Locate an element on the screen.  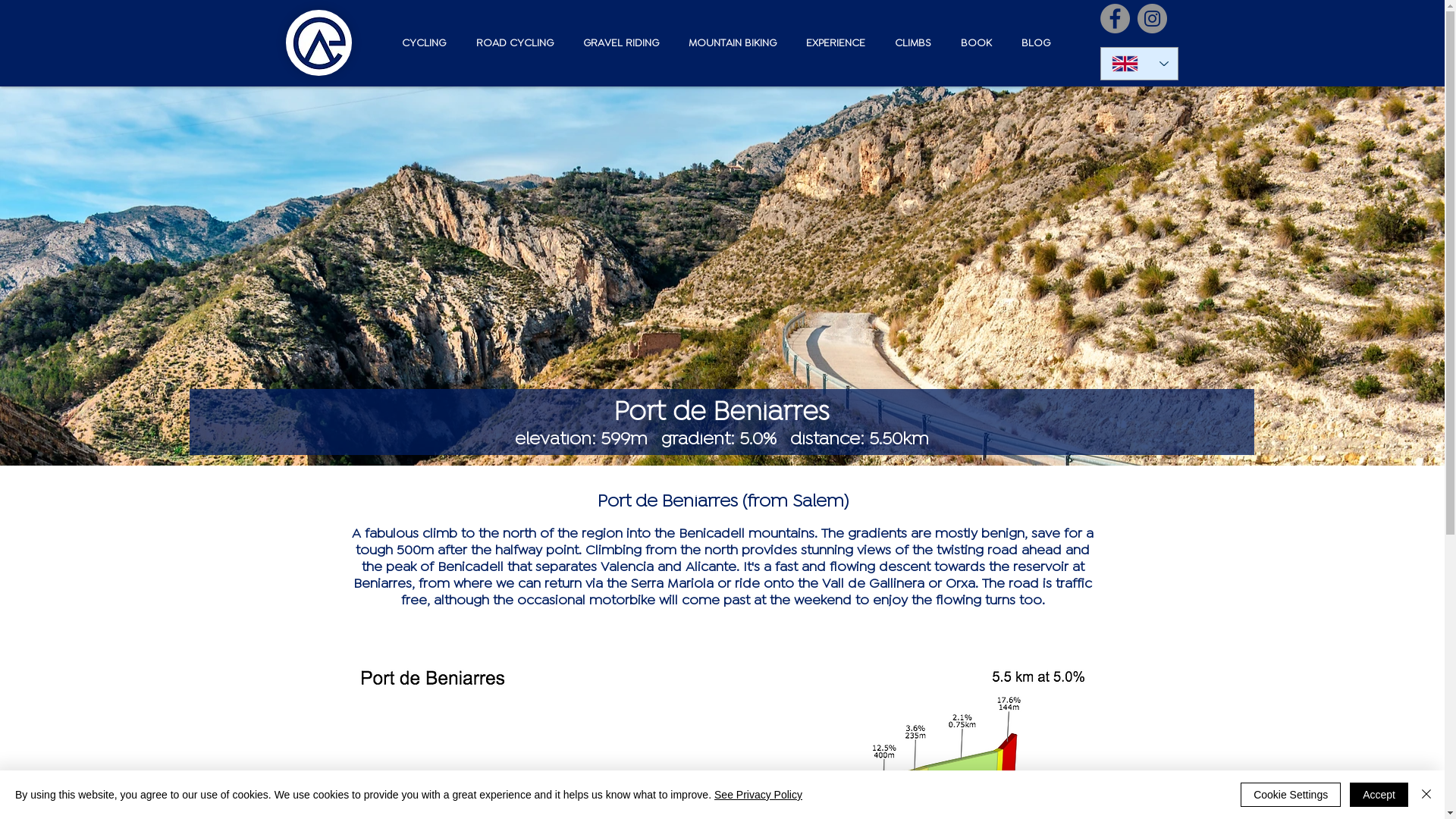
'CLIMBS' is located at coordinates (909, 42).